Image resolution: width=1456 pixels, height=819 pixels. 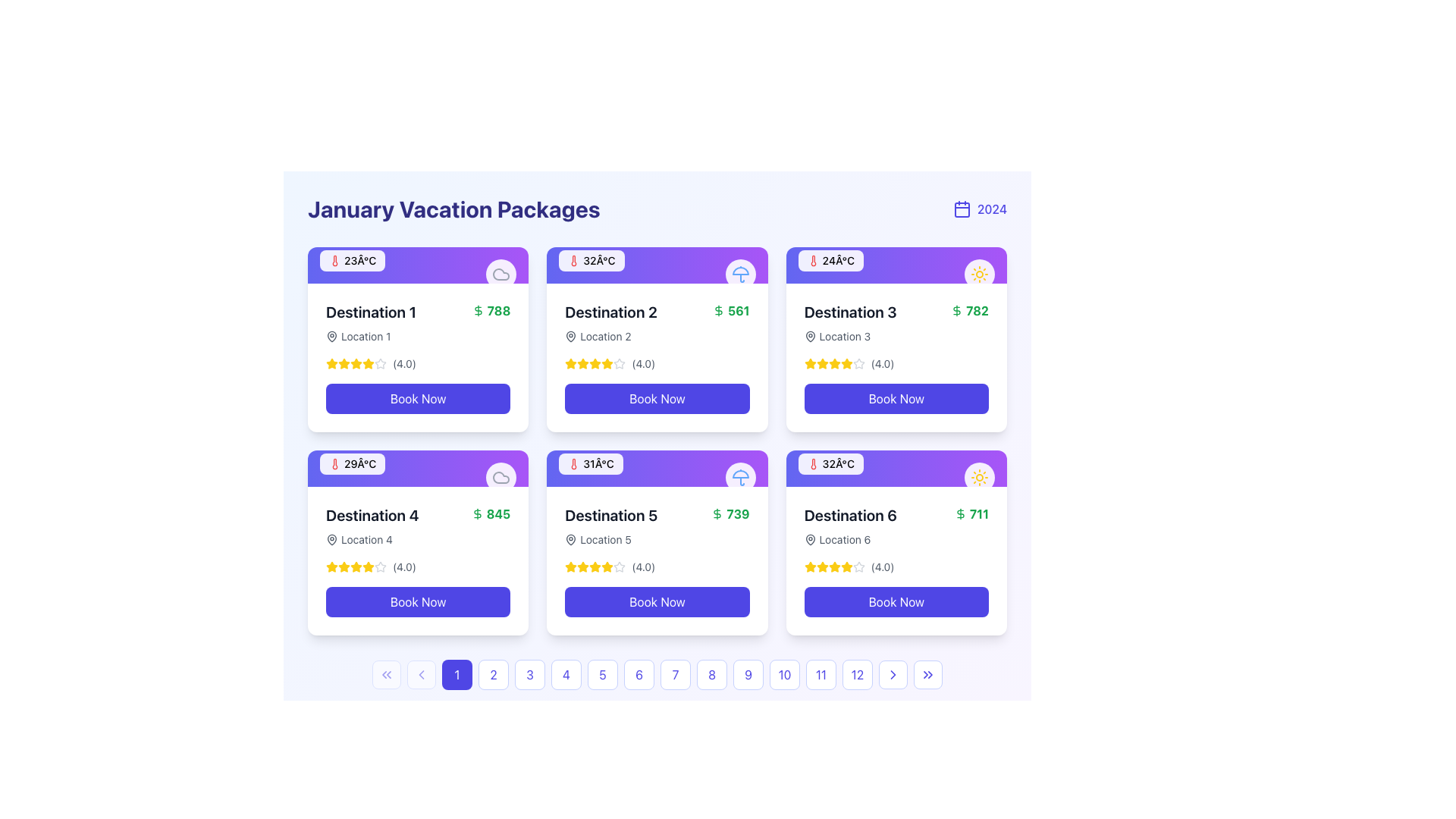 I want to click on the left-facing chevron button with a white background and indigo border, so click(x=422, y=674).